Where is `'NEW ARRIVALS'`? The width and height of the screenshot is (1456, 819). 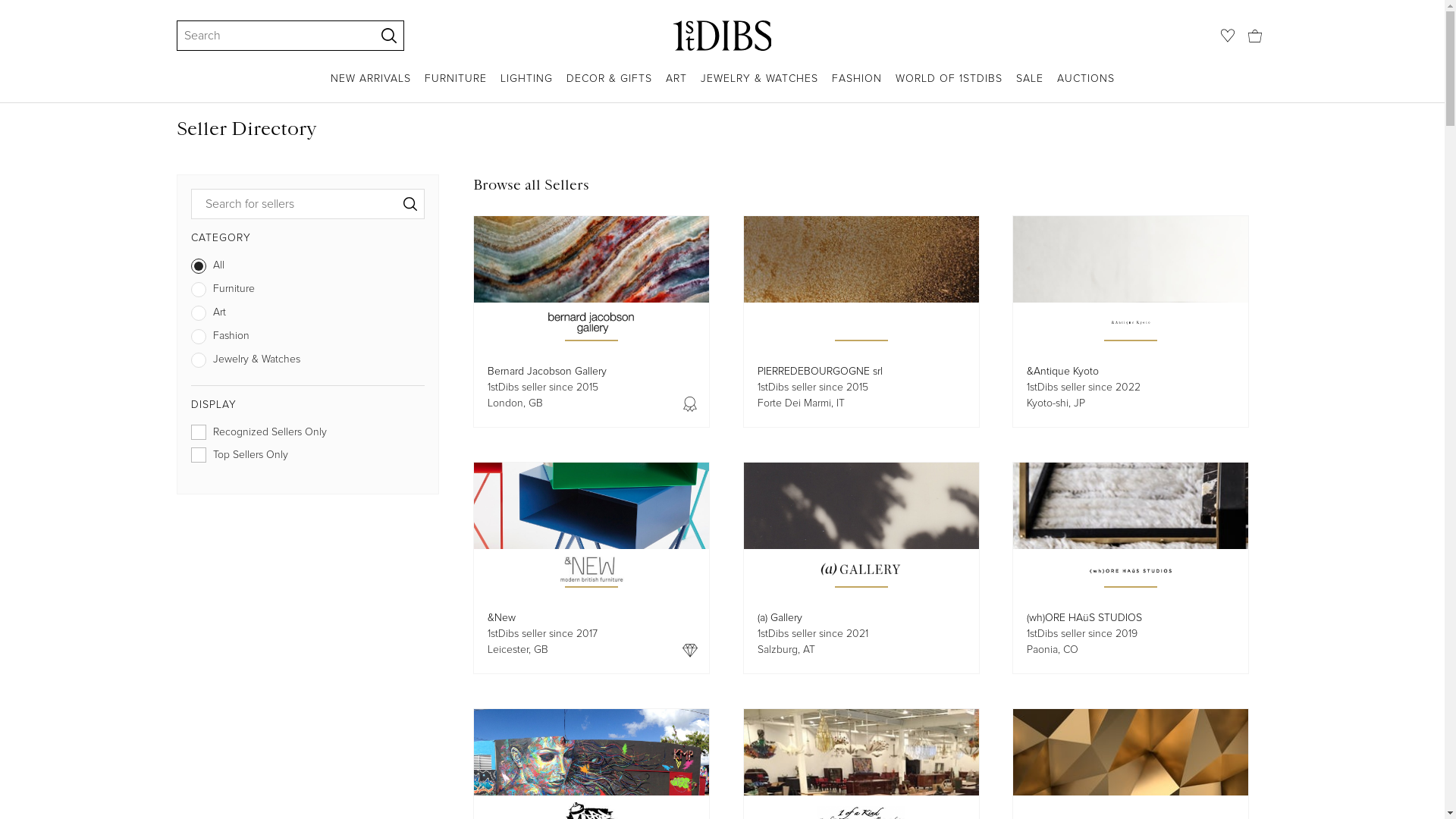 'NEW ARRIVALS' is located at coordinates (371, 86).